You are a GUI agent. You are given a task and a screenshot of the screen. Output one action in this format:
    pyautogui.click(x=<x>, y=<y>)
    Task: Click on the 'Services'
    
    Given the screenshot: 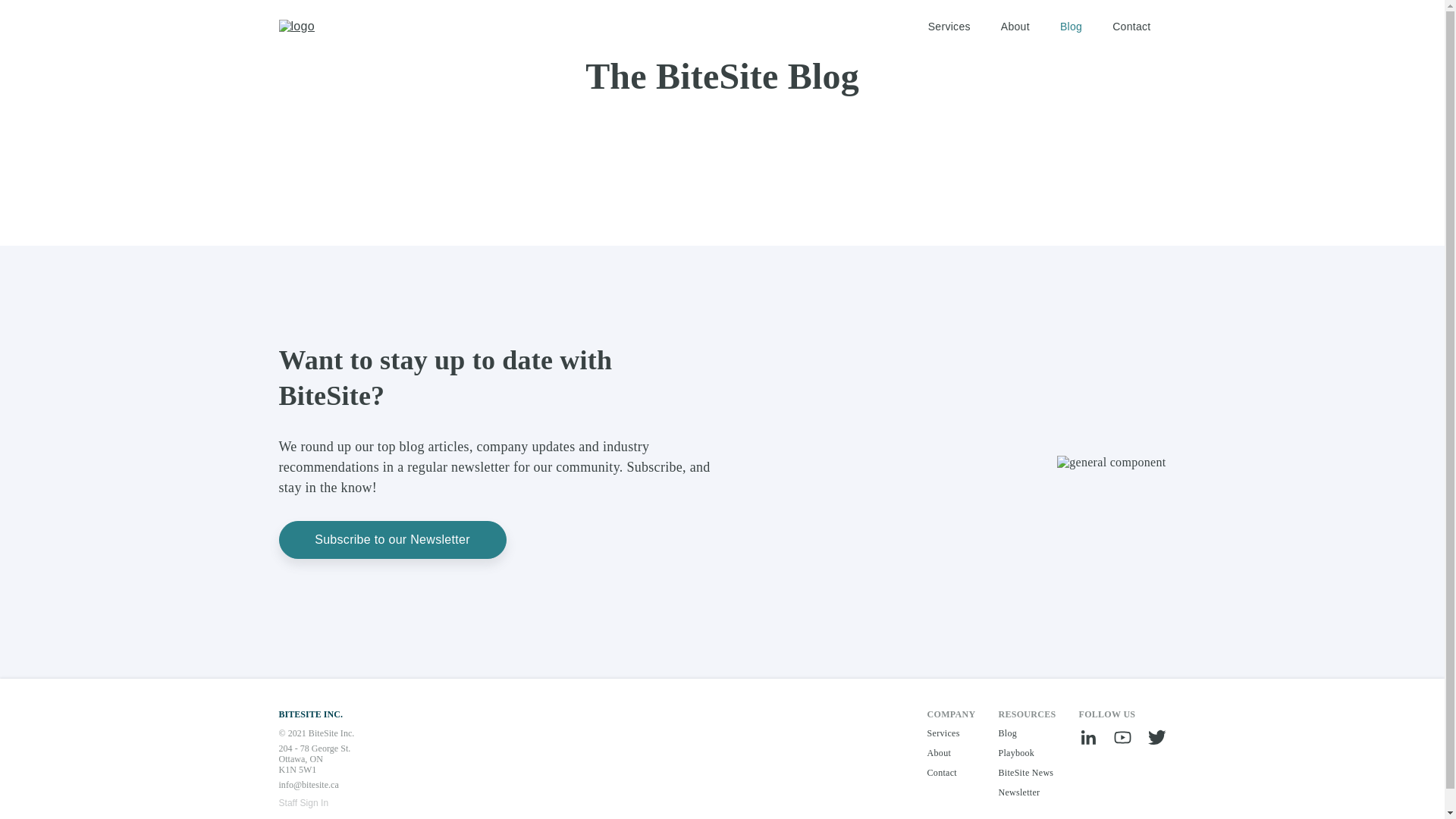 What is the action you would take?
    pyautogui.click(x=950, y=733)
    